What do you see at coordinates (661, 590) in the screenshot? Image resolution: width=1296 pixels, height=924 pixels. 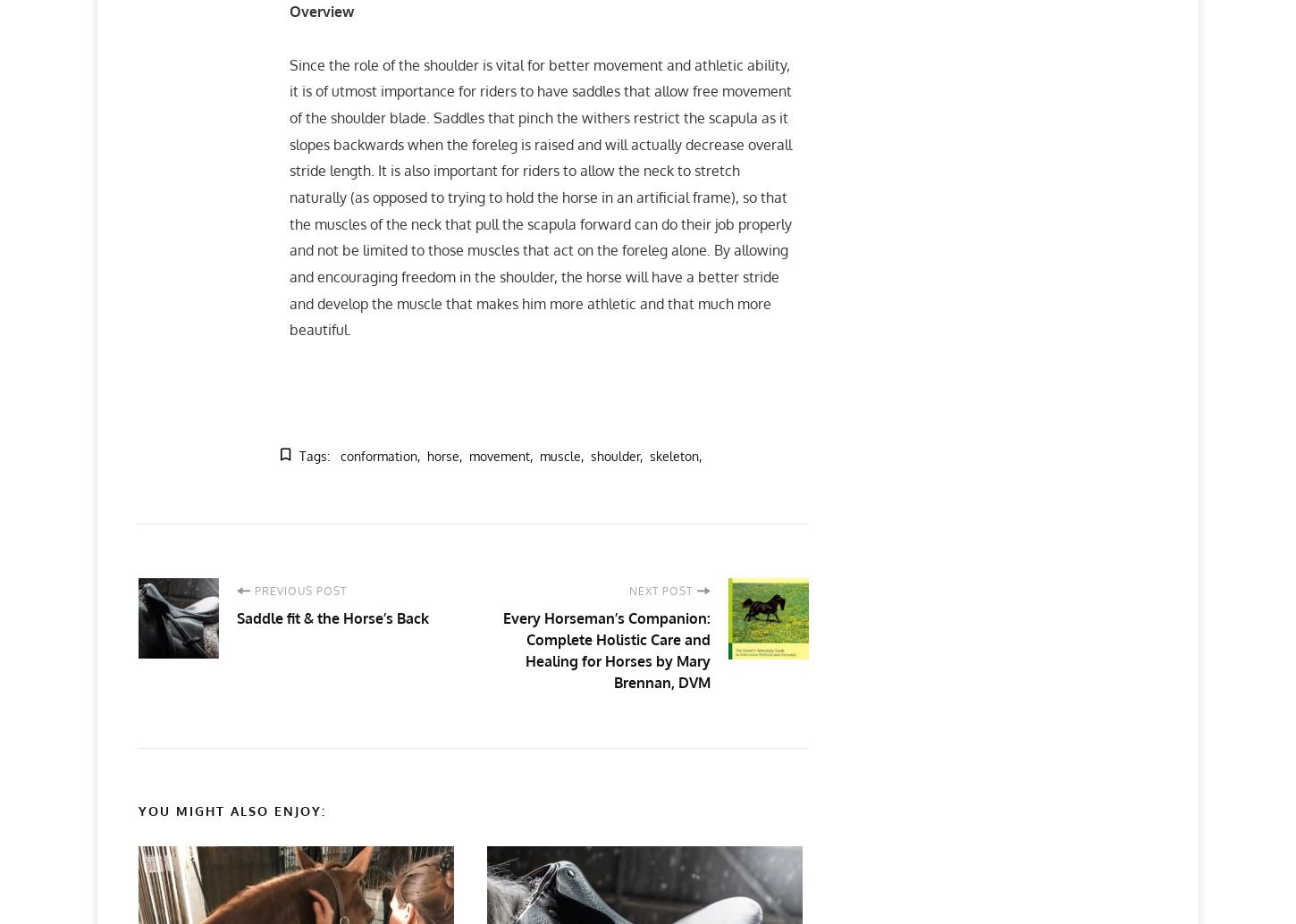 I see `'Next Post'` at bounding box center [661, 590].